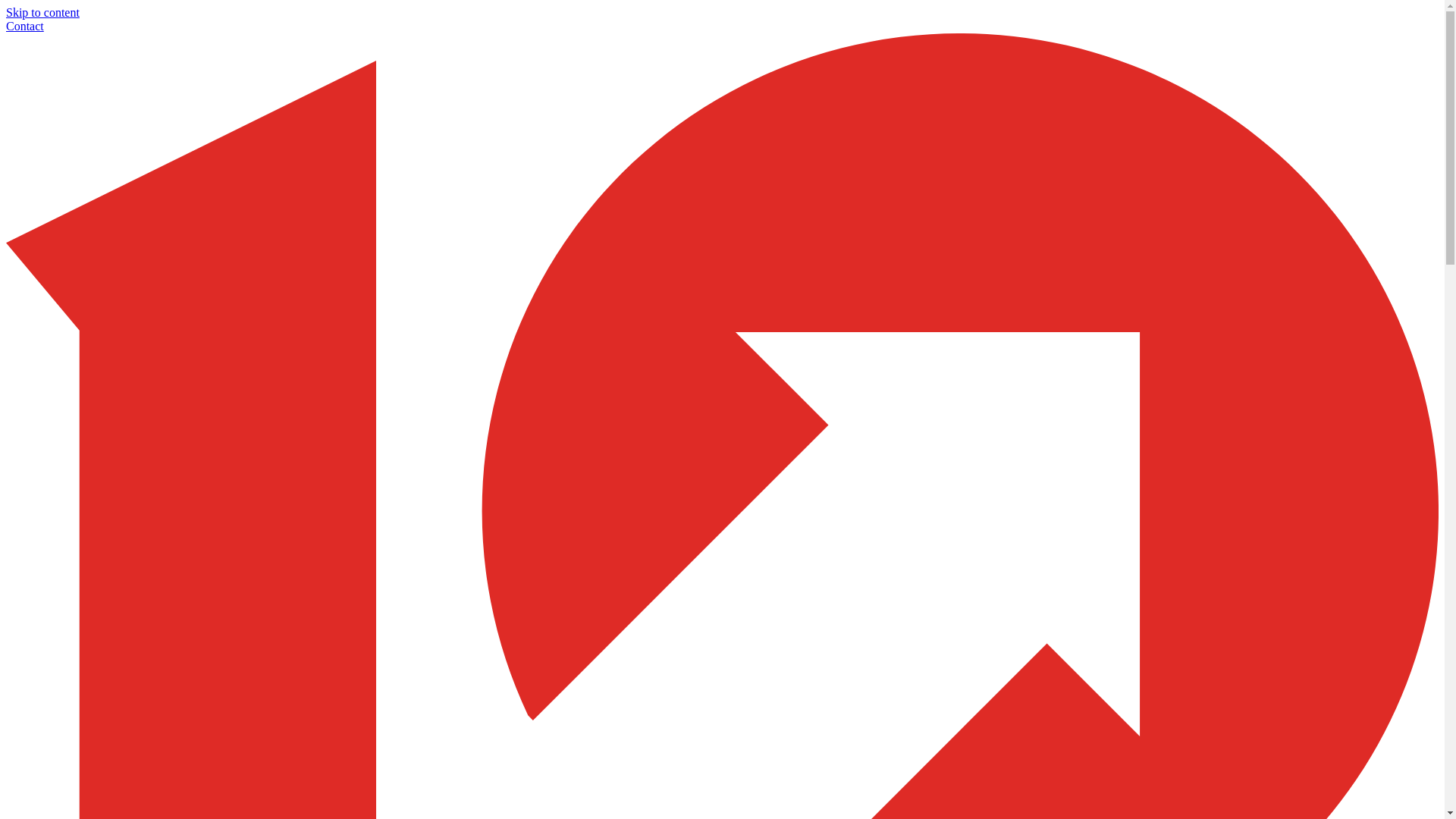 The height and width of the screenshot is (819, 1456). What do you see at coordinates (42, 12) in the screenshot?
I see `'Skip to content'` at bounding box center [42, 12].